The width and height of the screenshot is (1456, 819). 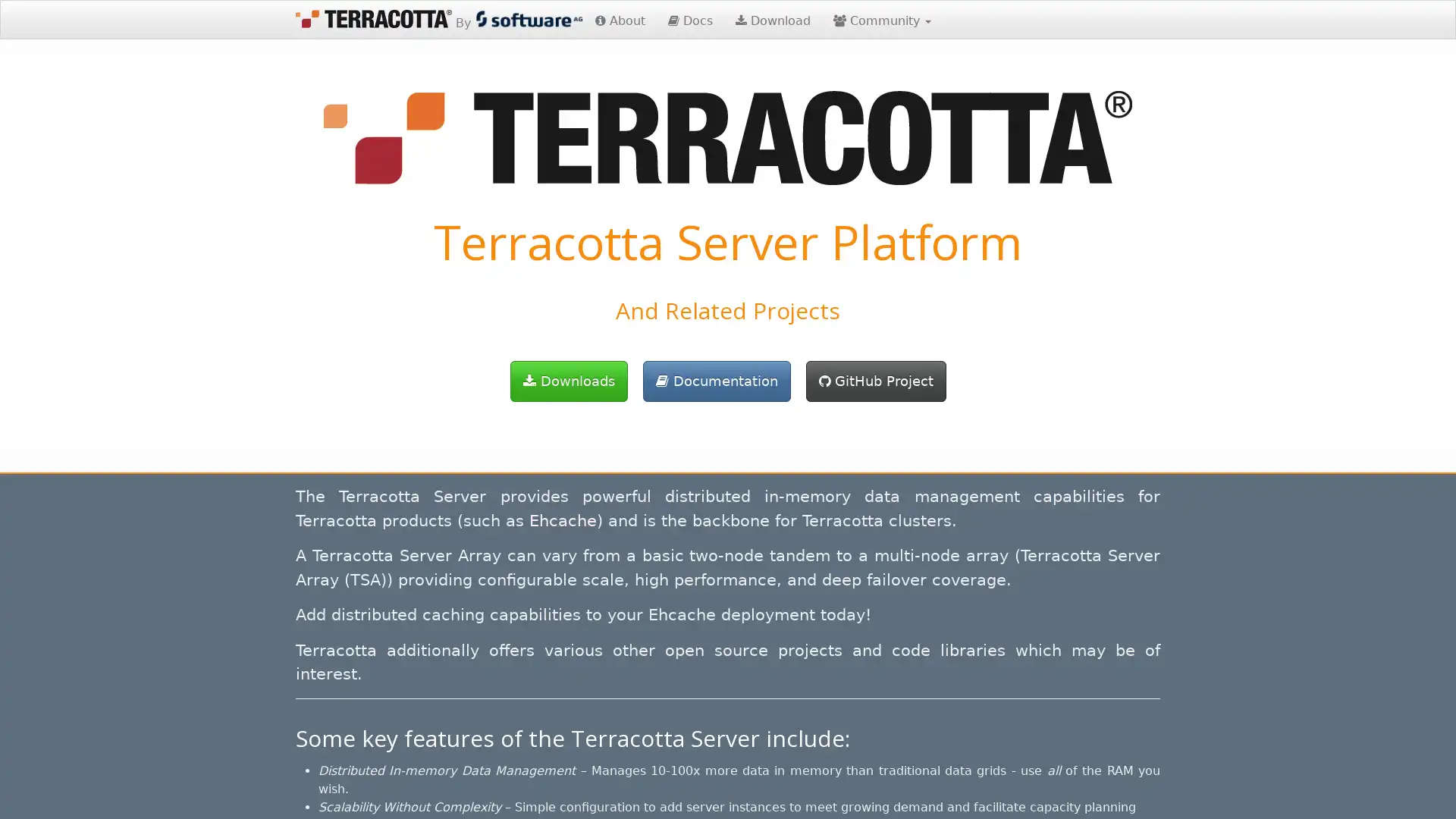 What do you see at coordinates (567, 380) in the screenshot?
I see `Downloads` at bounding box center [567, 380].